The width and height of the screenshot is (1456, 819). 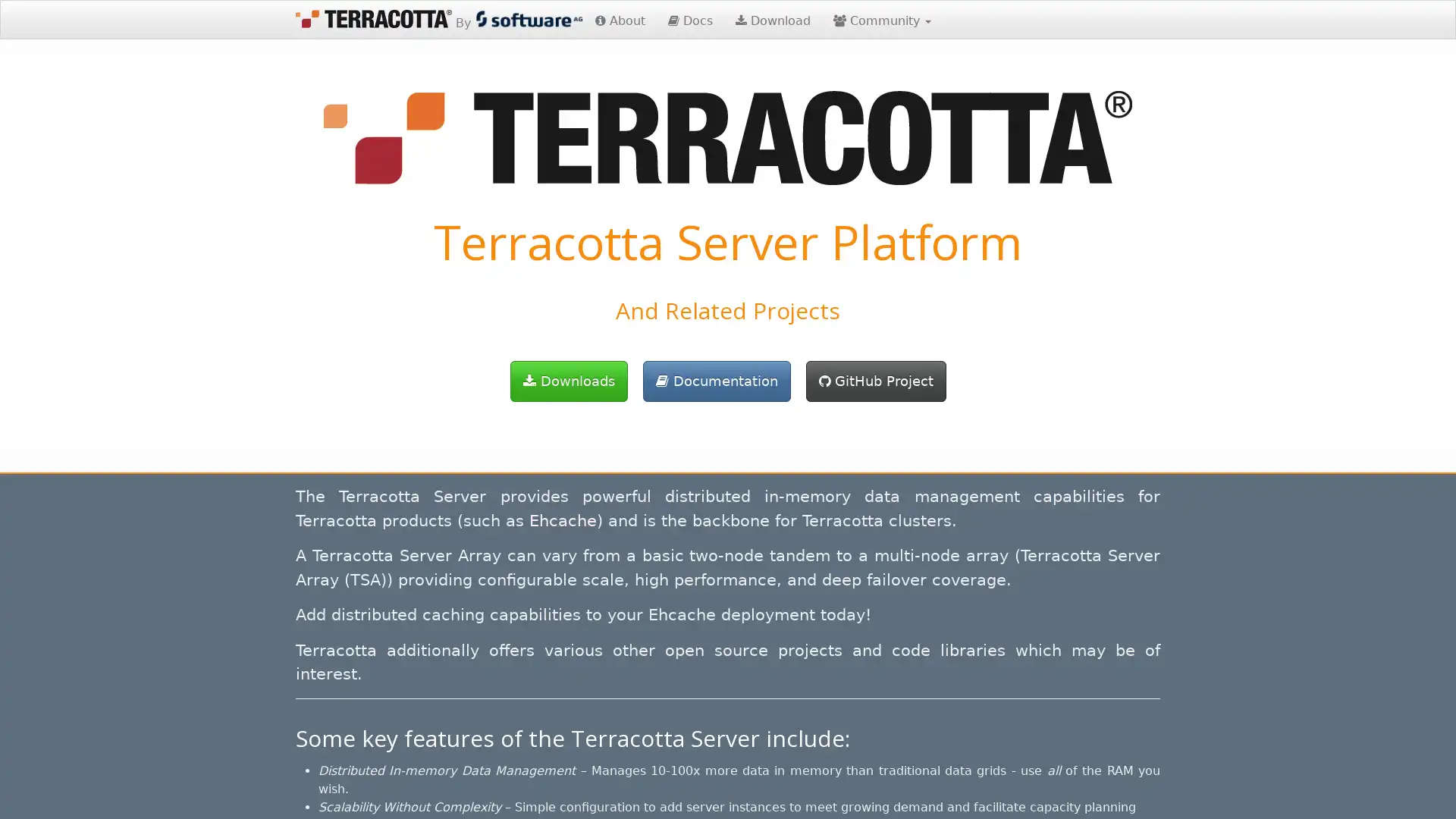 What do you see at coordinates (567, 380) in the screenshot?
I see `Downloads` at bounding box center [567, 380].